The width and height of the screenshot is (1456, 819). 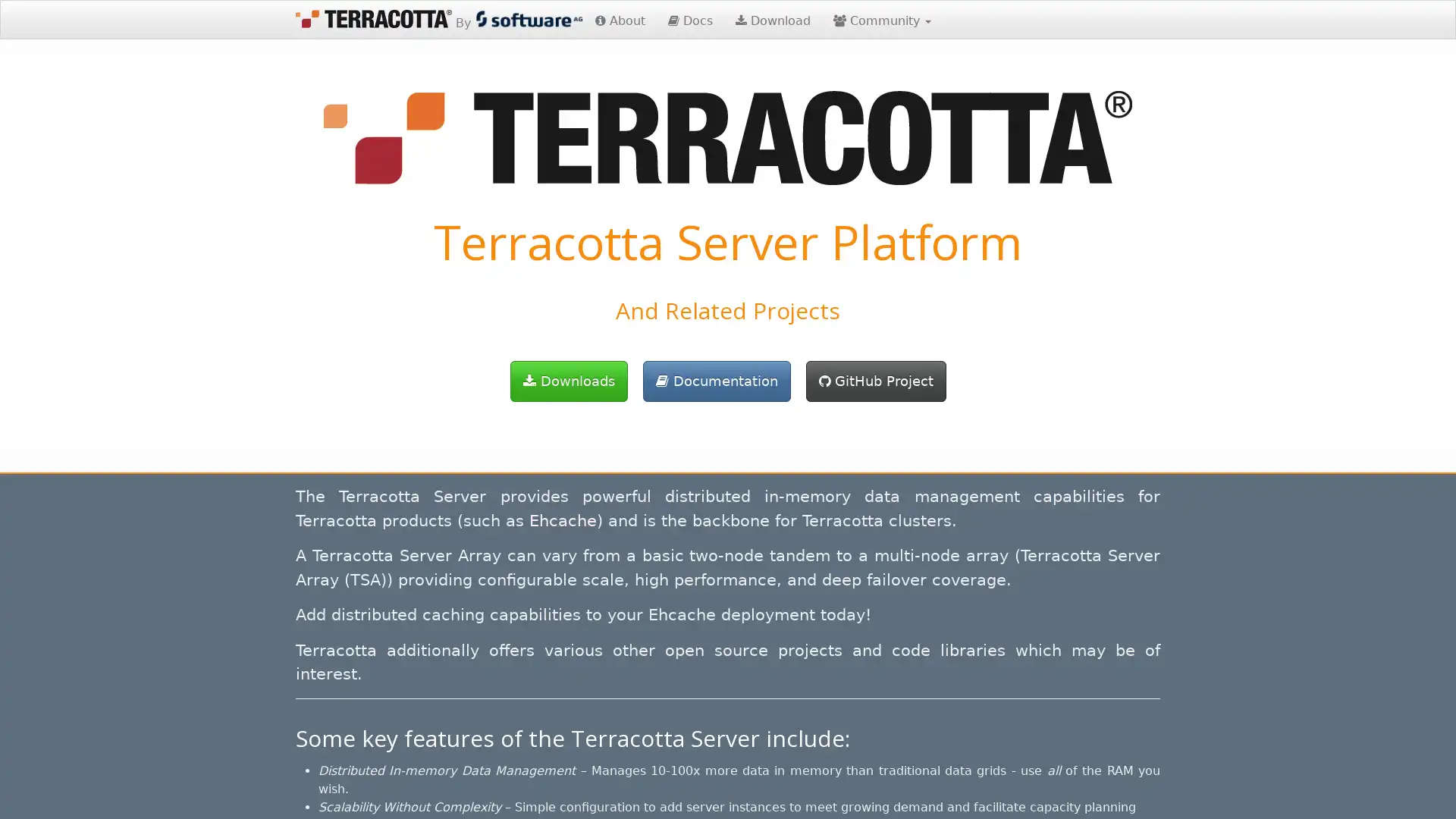 What do you see at coordinates (567, 380) in the screenshot?
I see `Downloads` at bounding box center [567, 380].